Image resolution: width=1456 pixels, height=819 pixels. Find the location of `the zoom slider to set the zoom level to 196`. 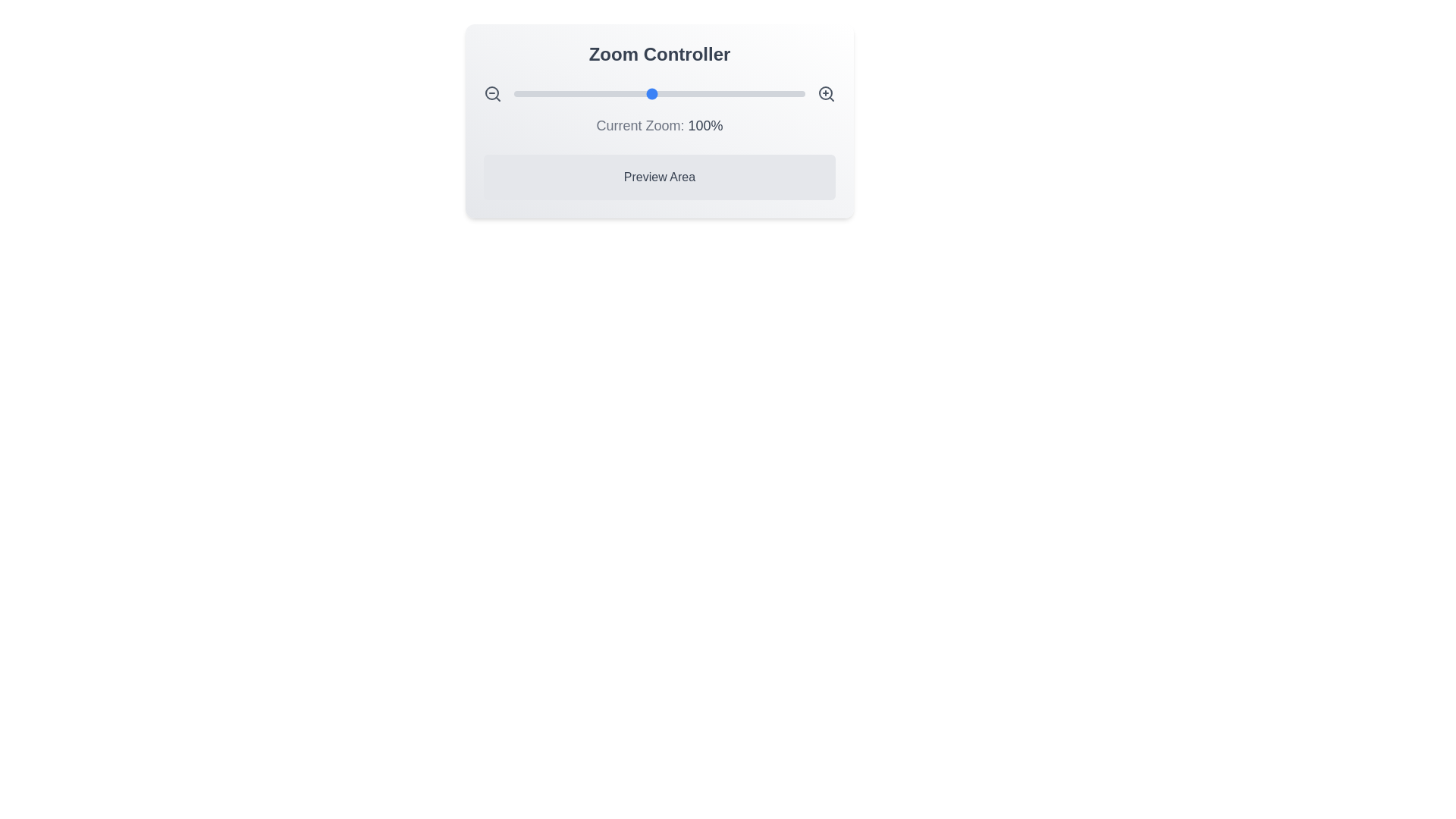

the zoom slider to set the zoom level to 196 is located at coordinates (798, 93).